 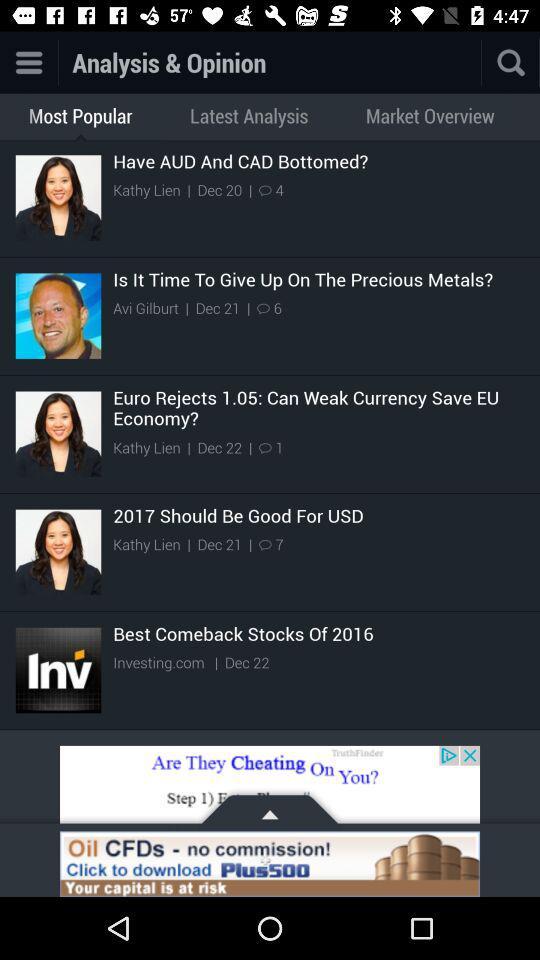 I want to click on search box, so click(x=480, y=62).